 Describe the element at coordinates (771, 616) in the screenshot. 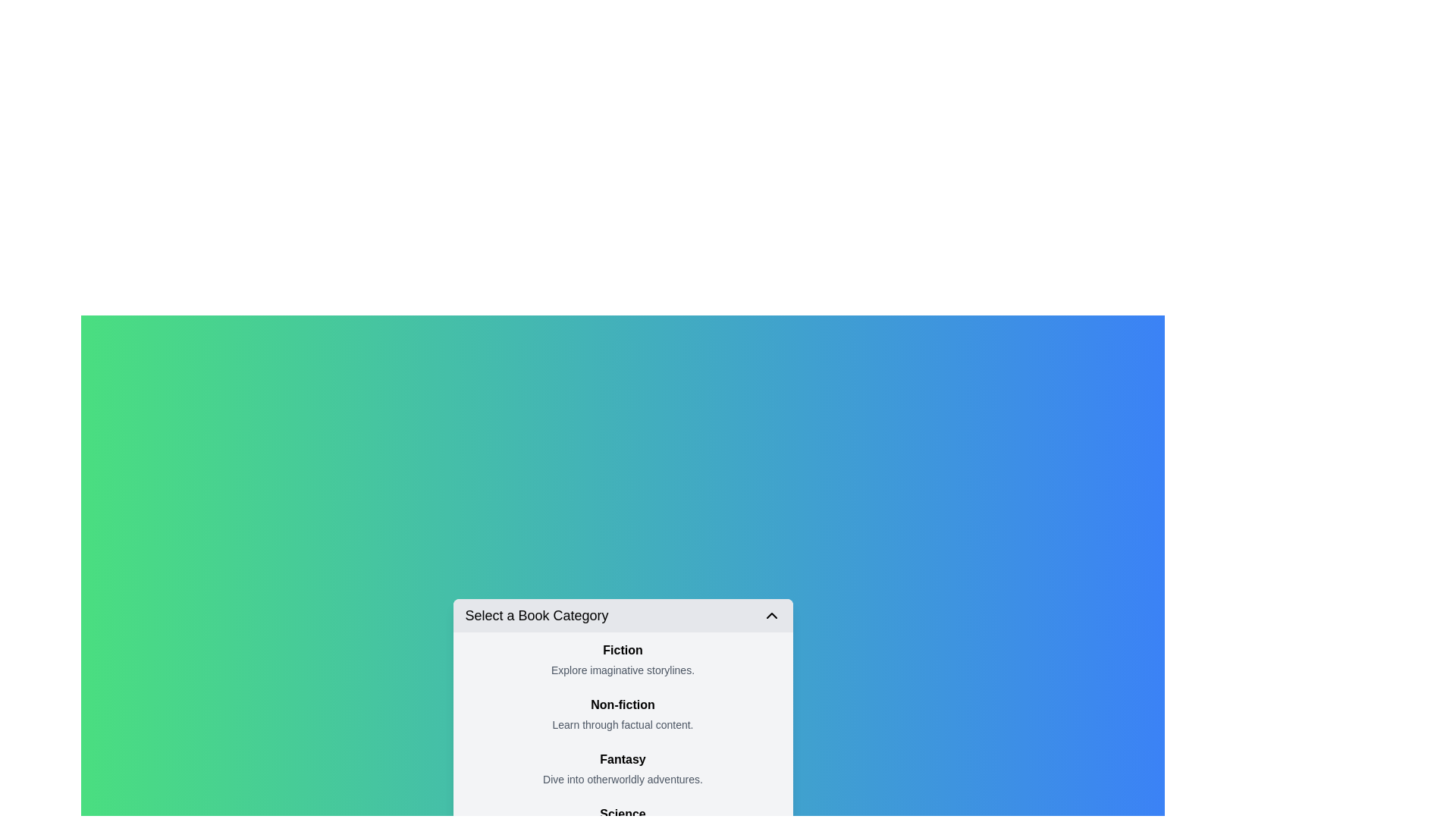

I see `the small upward-pointing arrow icon` at that location.